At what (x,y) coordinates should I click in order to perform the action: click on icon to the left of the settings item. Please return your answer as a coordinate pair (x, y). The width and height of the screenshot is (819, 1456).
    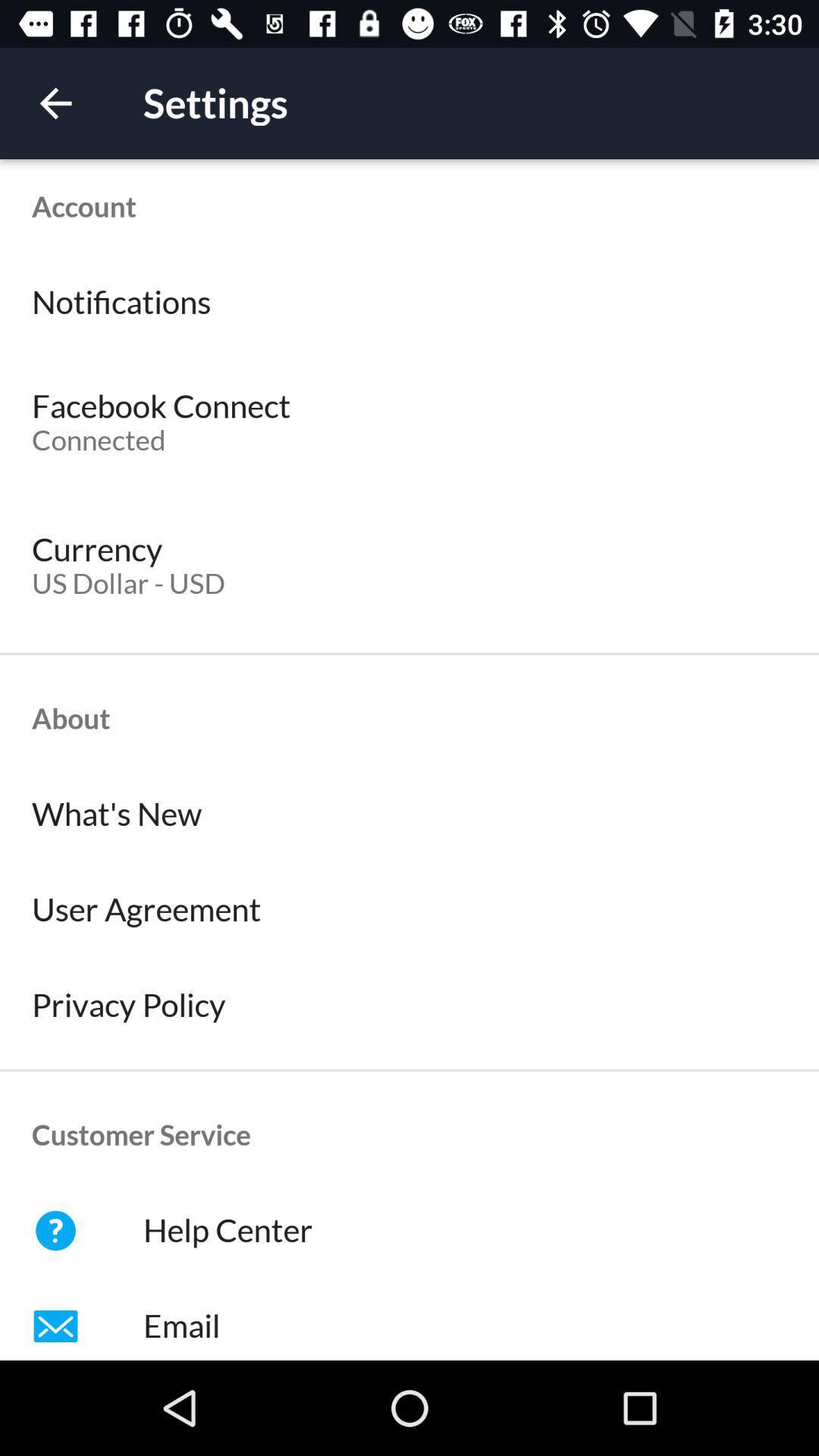
    Looking at the image, I should click on (55, 102).